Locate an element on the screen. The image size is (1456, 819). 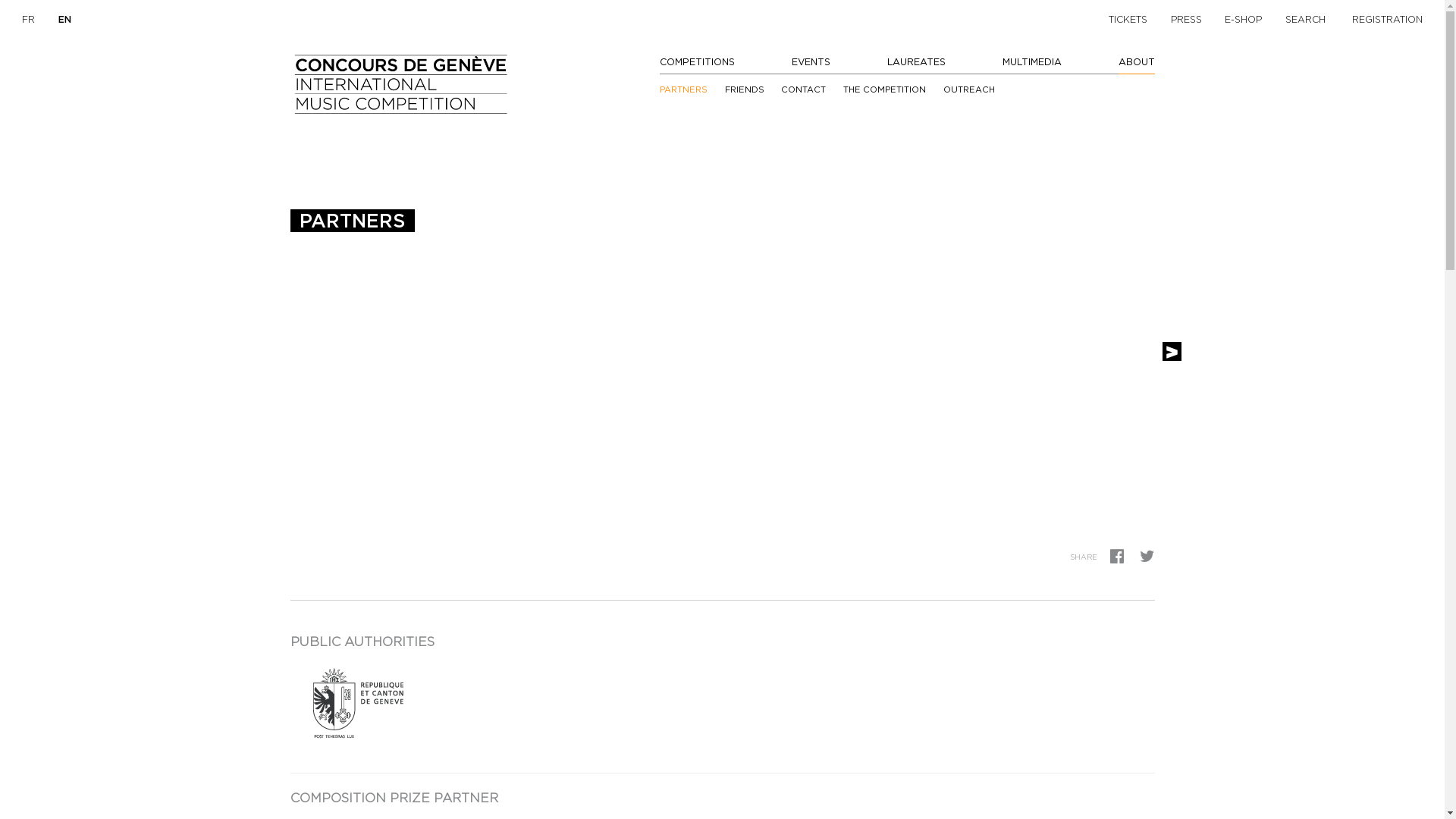
'COMPETITIONS' is located at coordinates (696, 61).